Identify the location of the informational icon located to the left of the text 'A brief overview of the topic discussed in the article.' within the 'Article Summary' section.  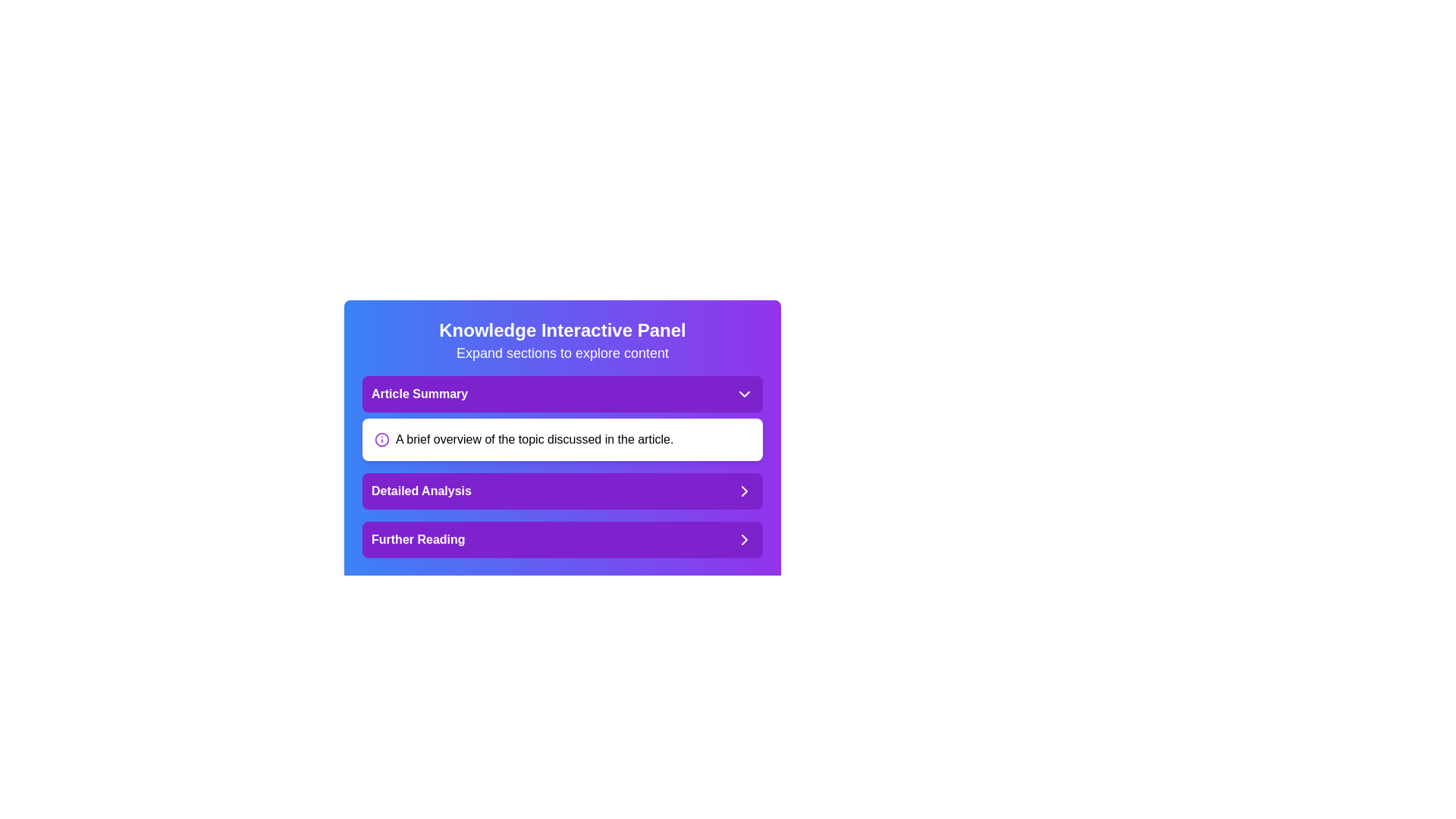
(382, 439).